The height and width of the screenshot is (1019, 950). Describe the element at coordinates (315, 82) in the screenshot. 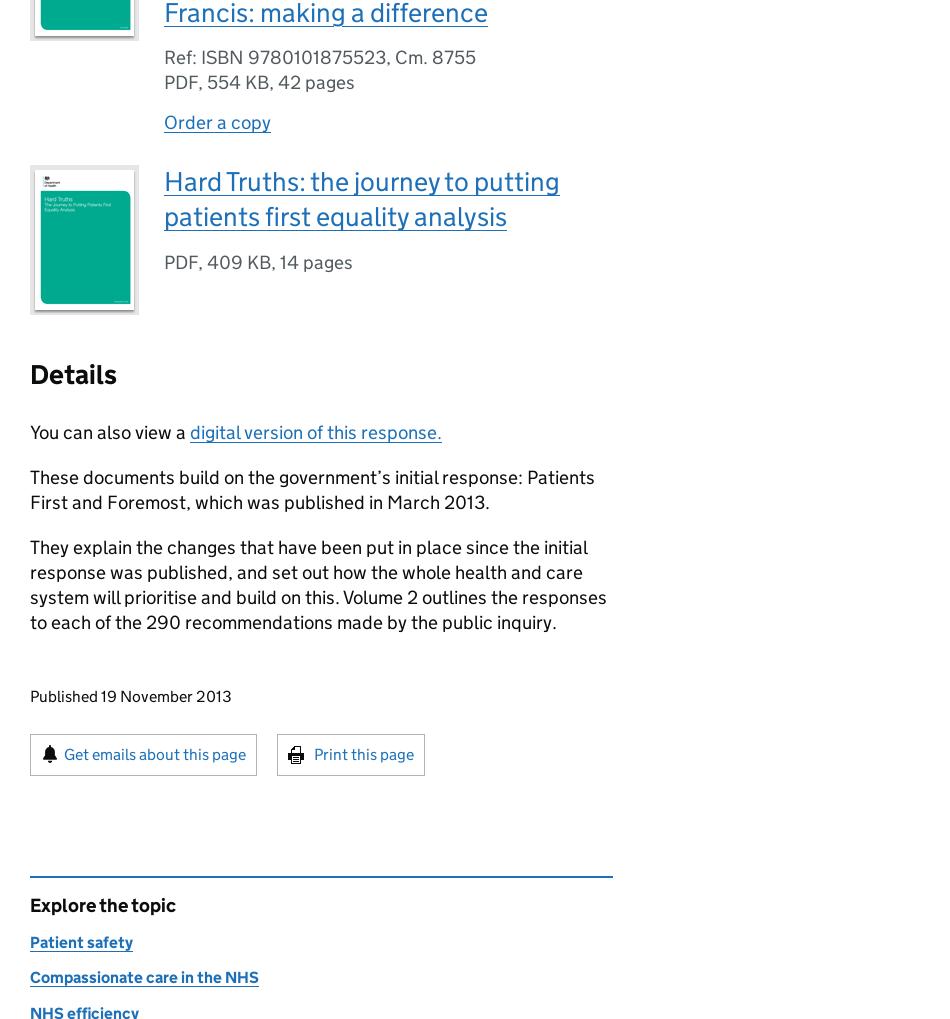

I see `'42 pages'` at that location.